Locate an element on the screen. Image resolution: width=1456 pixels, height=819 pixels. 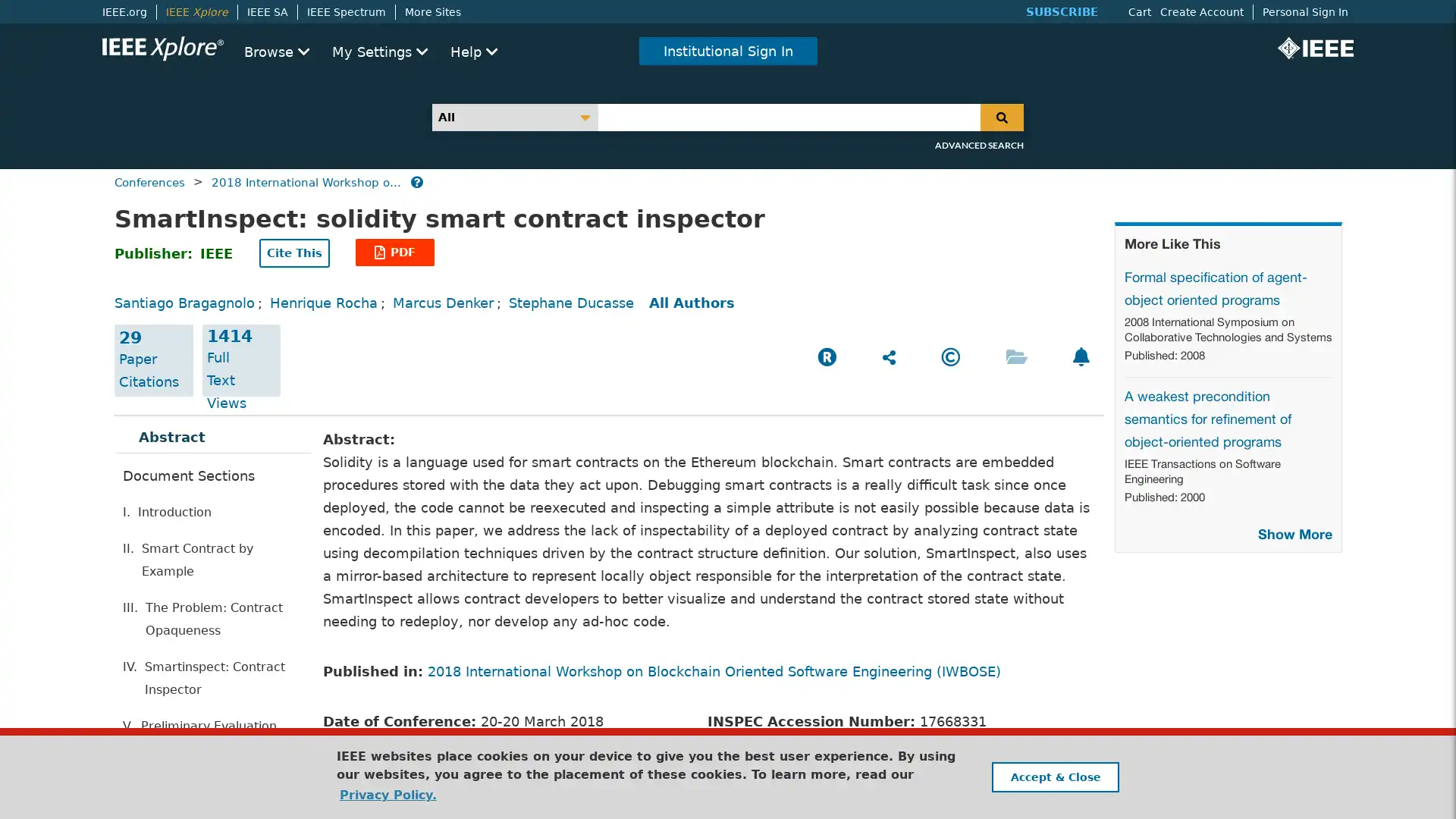
29 Paper Citations is located at coordinates (153, 360).